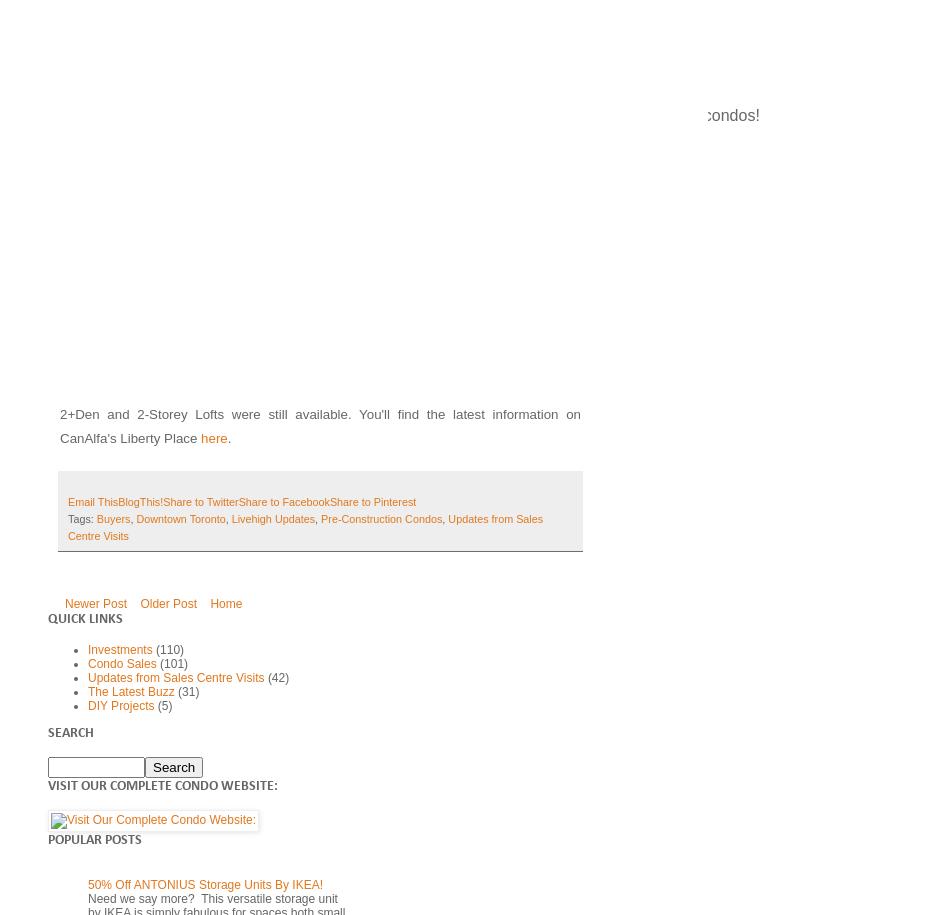 This screenshot has height=915, width=938. I want to click on 'The LiveHigh Team visited the Sales Centre for this unique flatiron building during their Agents & Clients launch last week. Not surprisingly, all of the smaller 1-BR units had already been sold by the time we'd arrived, but a modest selection of 1+Den, 2-BR, 2+Den and 2-Storey Lofts were still available. You'll find the latest information on CanAlfa's Liberty Place', so click(319, 388).